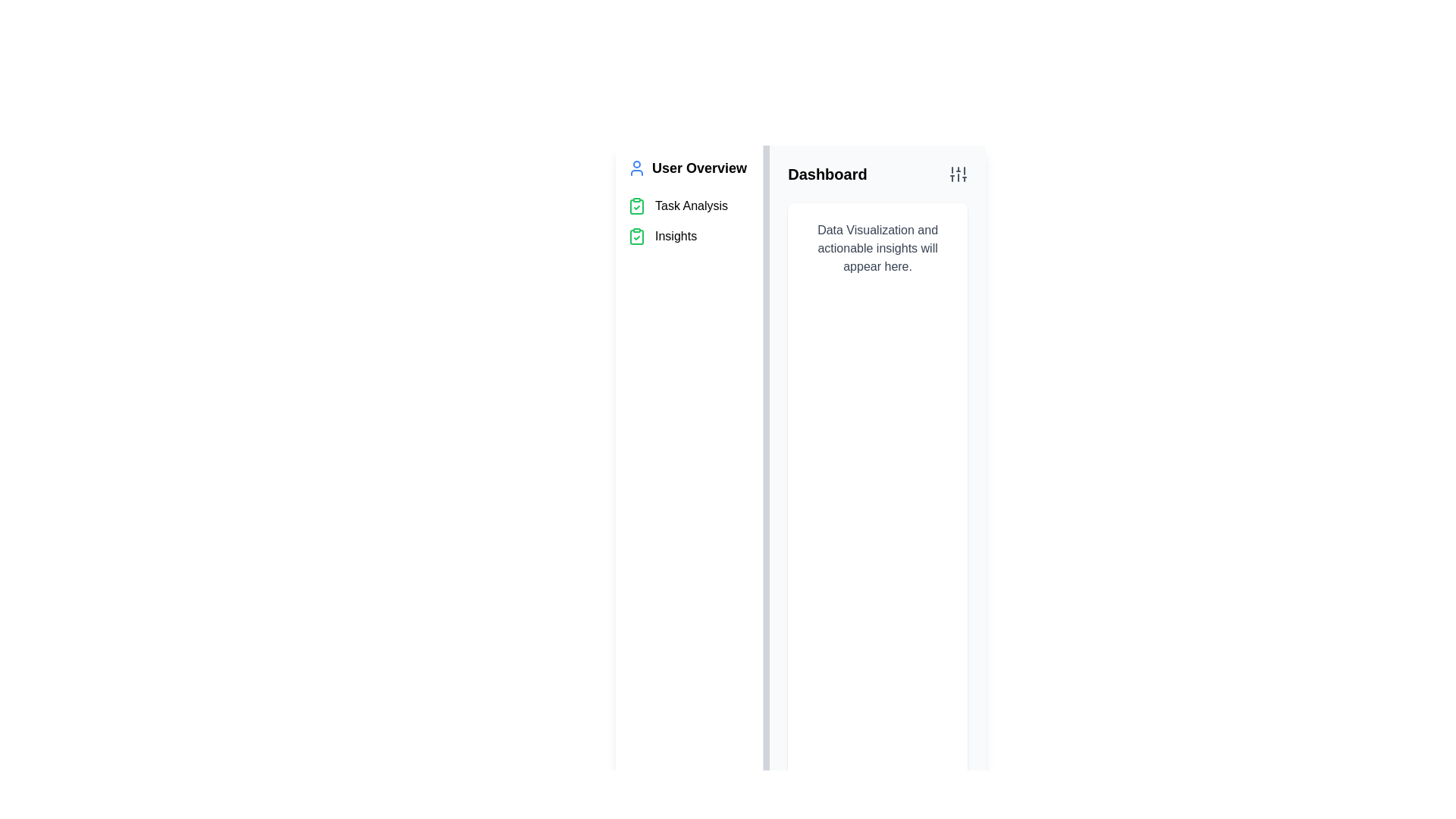 This screenshot has height=819, width=1456. What do you see at coordinates (689, 206) in the screenshot?
I see `the first list item` at bounding box center [689, 206].